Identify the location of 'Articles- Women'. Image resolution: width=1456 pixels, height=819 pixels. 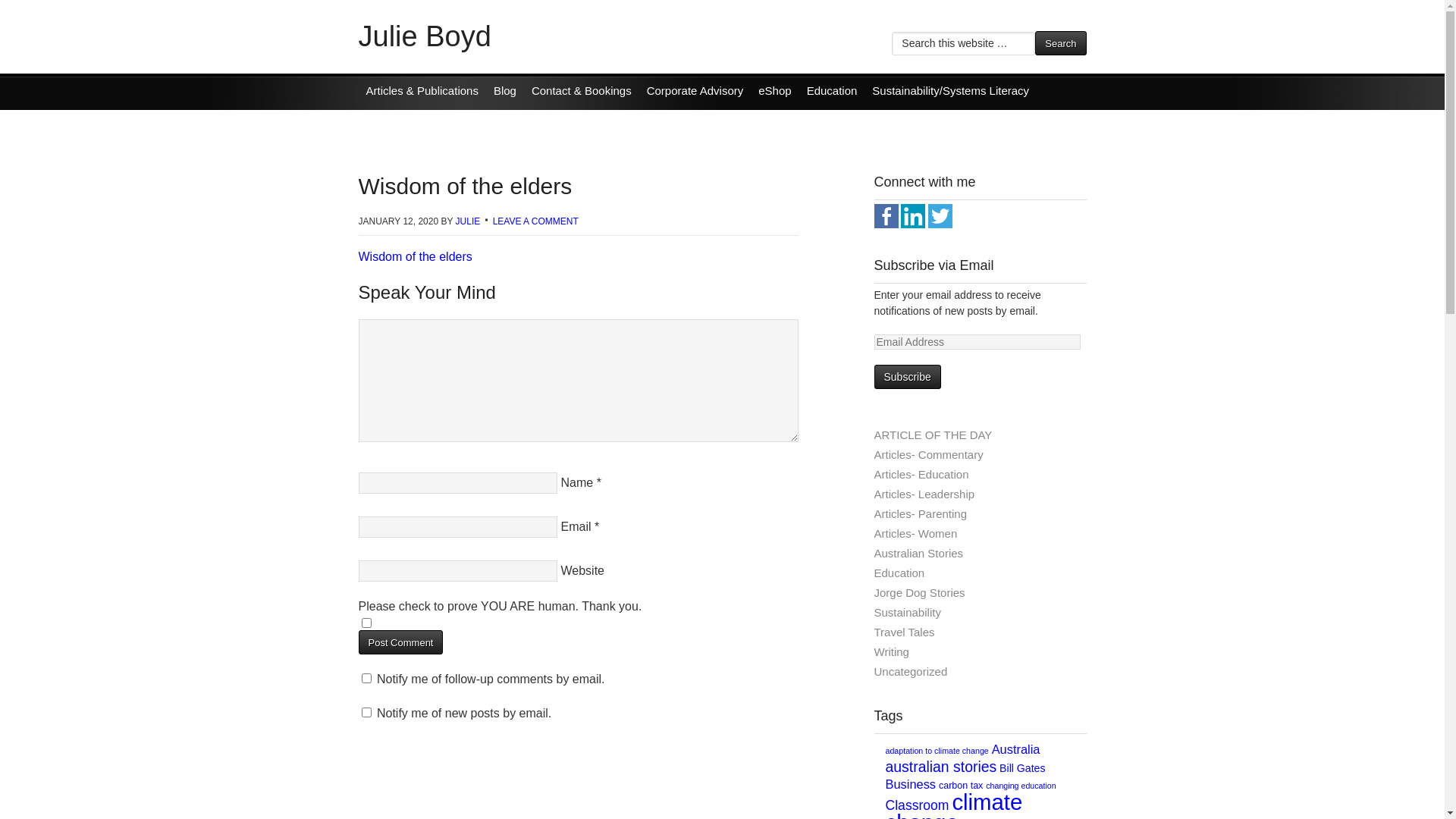
(874, 532).